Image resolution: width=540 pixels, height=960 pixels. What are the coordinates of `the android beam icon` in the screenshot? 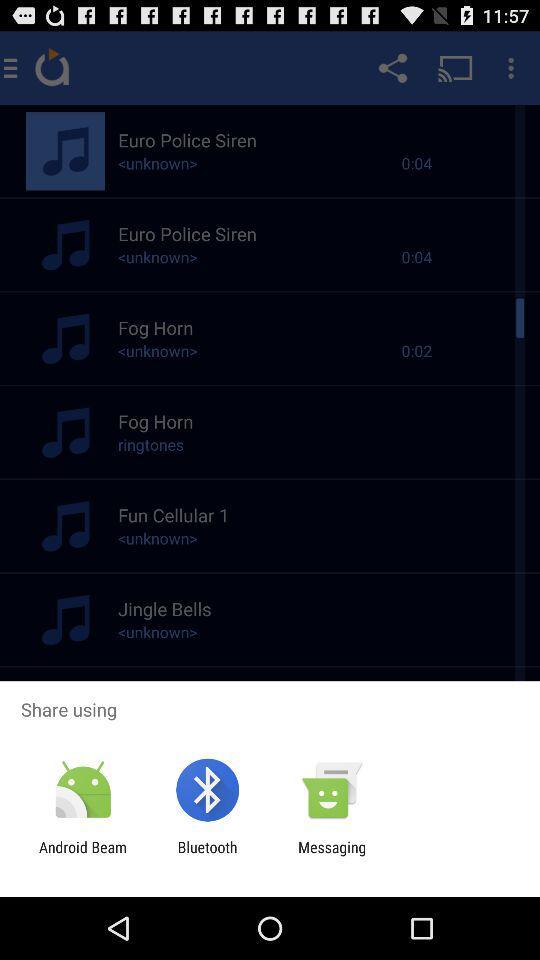 It's located at (82, 855).